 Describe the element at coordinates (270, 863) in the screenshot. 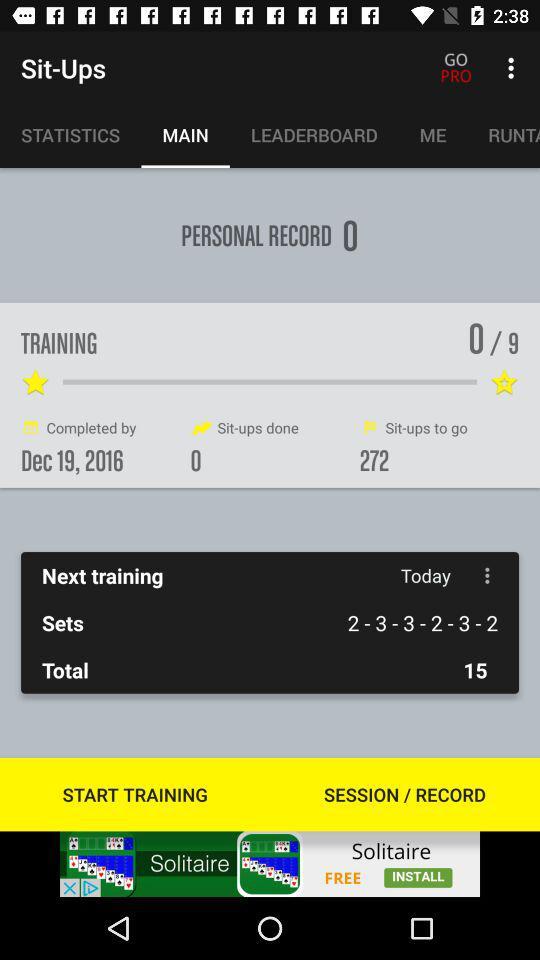

I see `visit sponsor advertisement` at that location.